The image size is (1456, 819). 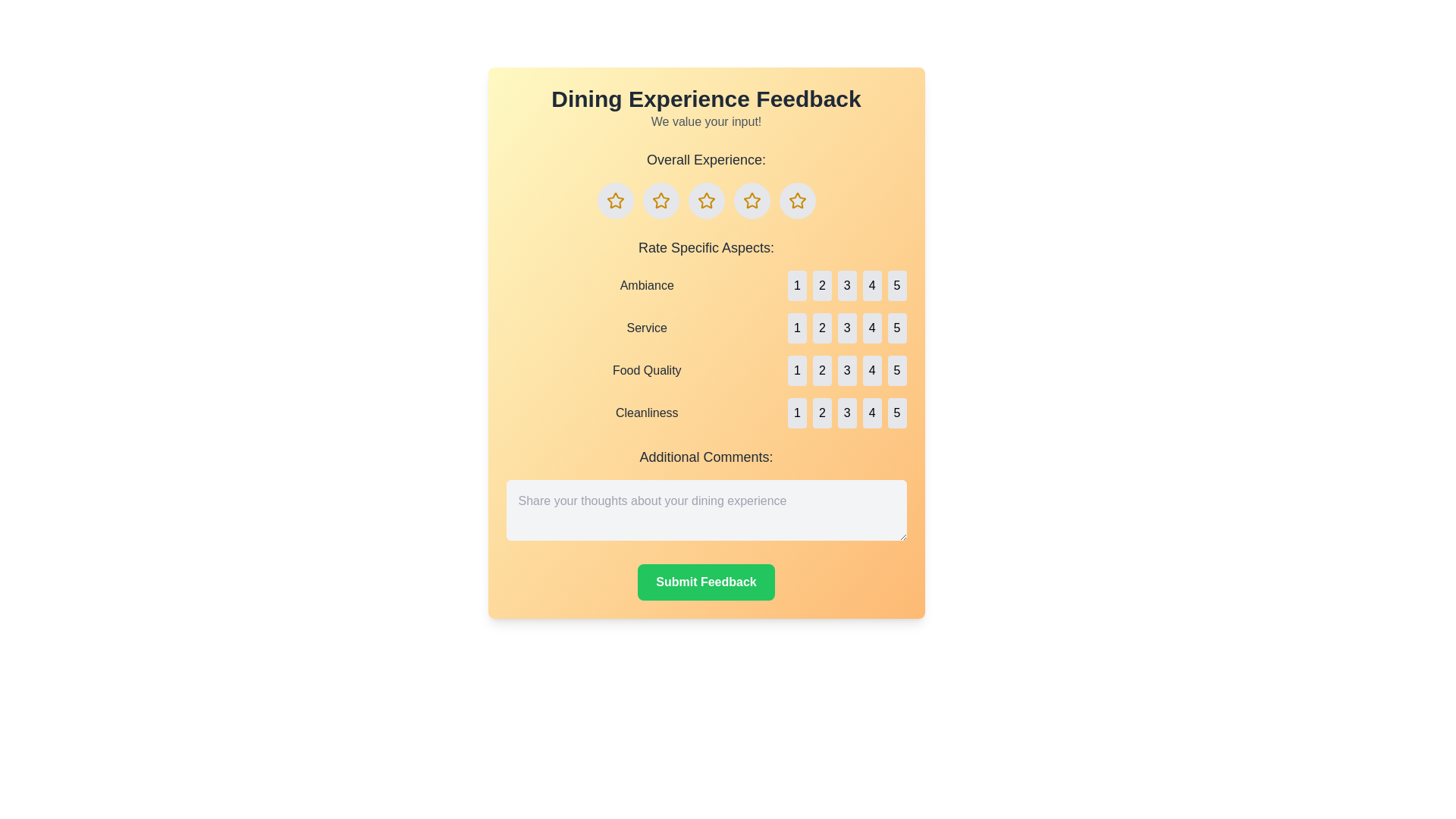 What do you see at coordinates (846, 286) in the screenshot?
I see `the square button with a light gray background and a black number '3' at its center` at bounding box center [846, 286].